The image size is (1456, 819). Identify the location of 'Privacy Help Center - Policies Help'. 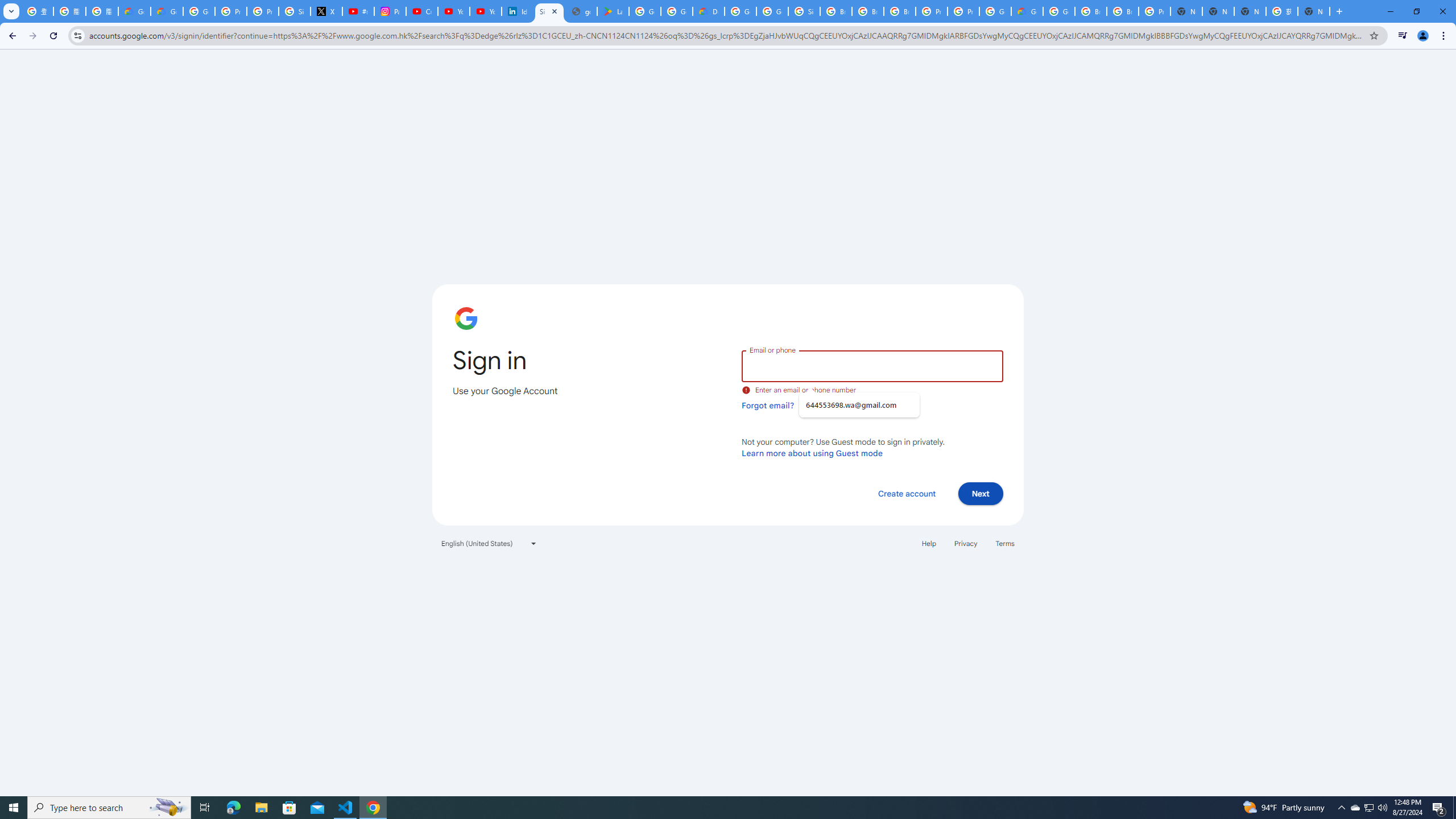
(230, 11).